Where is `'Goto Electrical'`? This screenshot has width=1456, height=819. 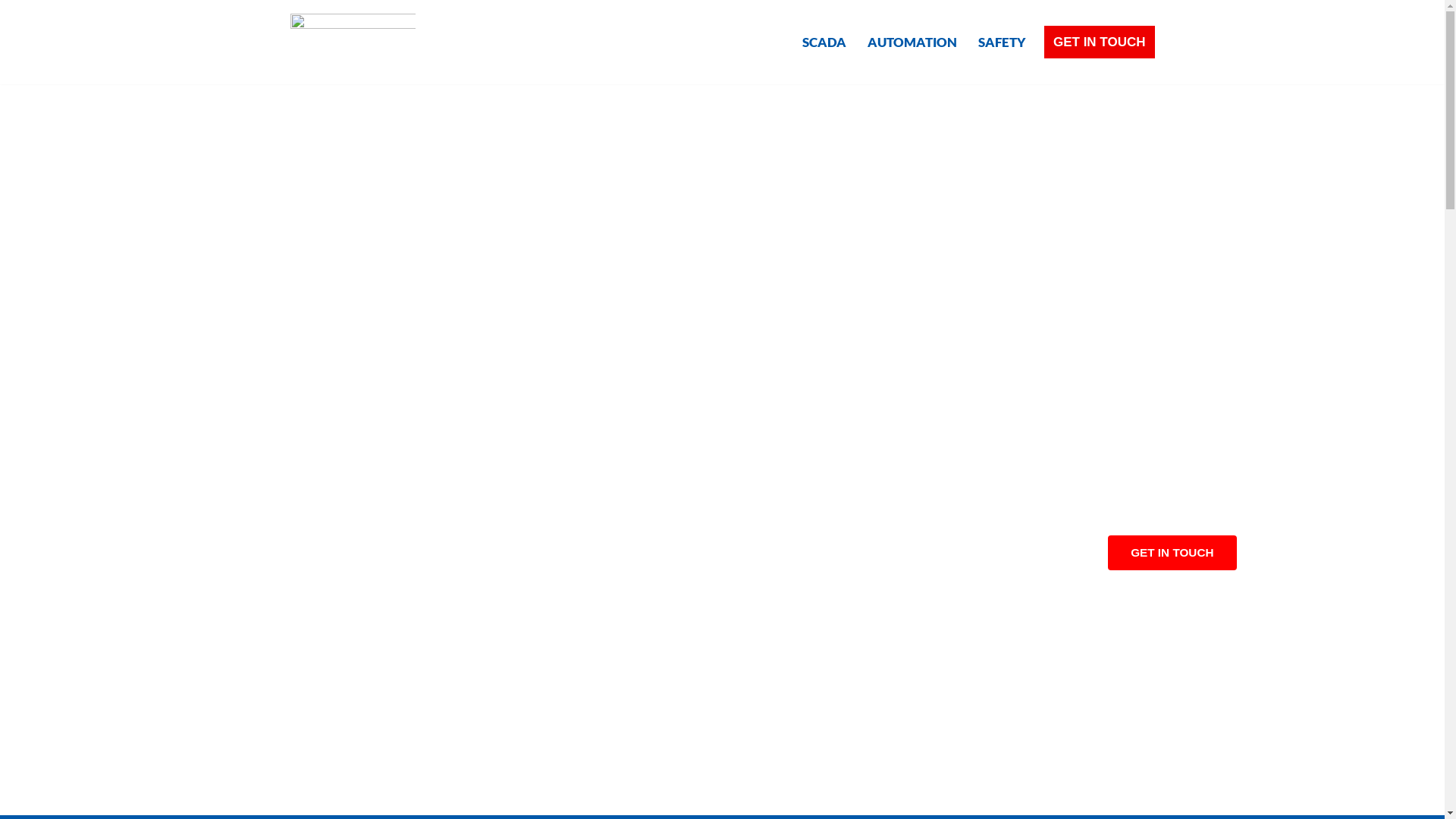 'Goto Electrical' is located at coordinates (351, 41).